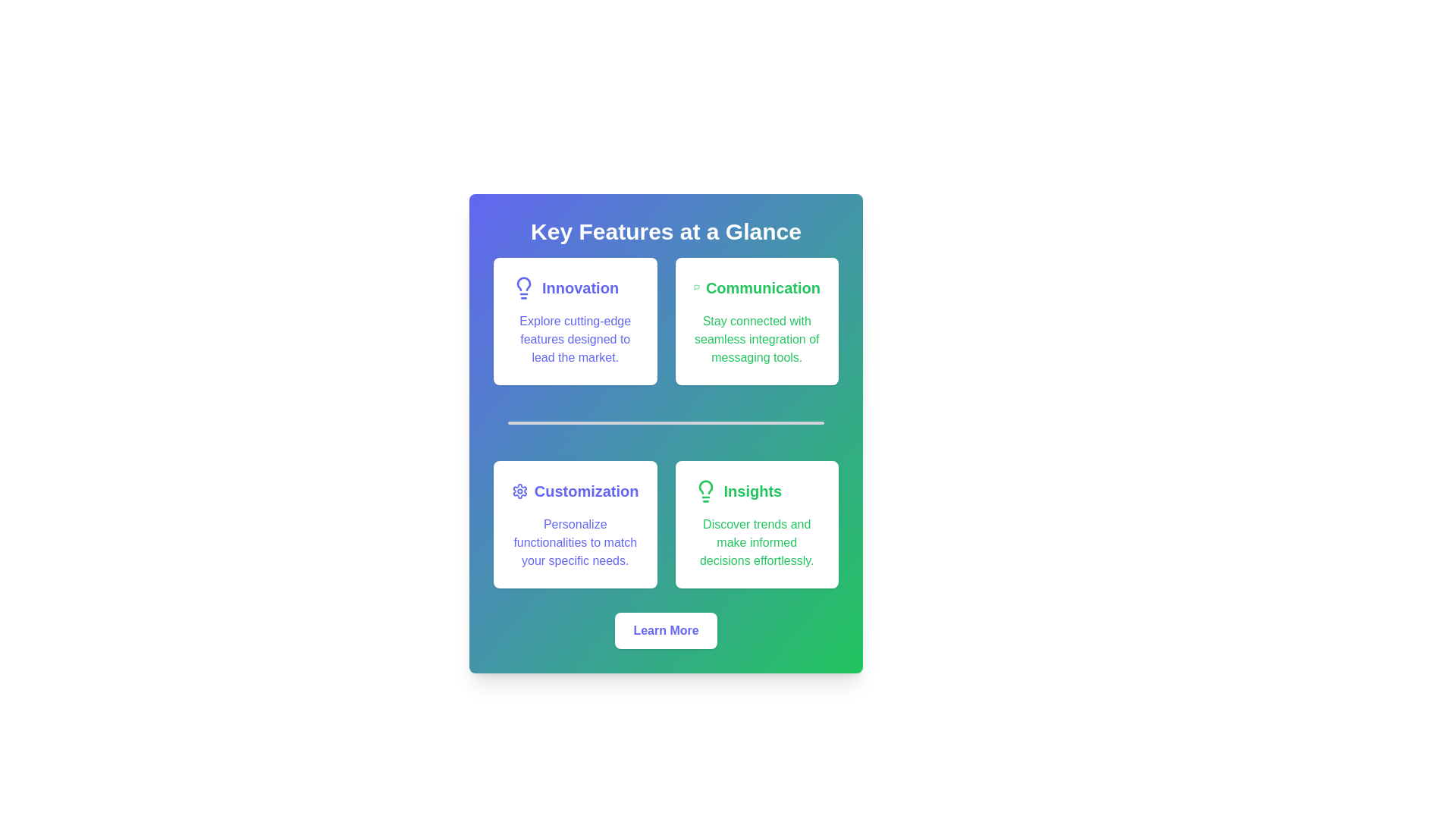 The height and width of the screenshot is (819, 1456). What do you see at coordinates (585, 491) in the screenshot?
I see `the text label displaying 'Customization'` at bounding box center [585, 491].